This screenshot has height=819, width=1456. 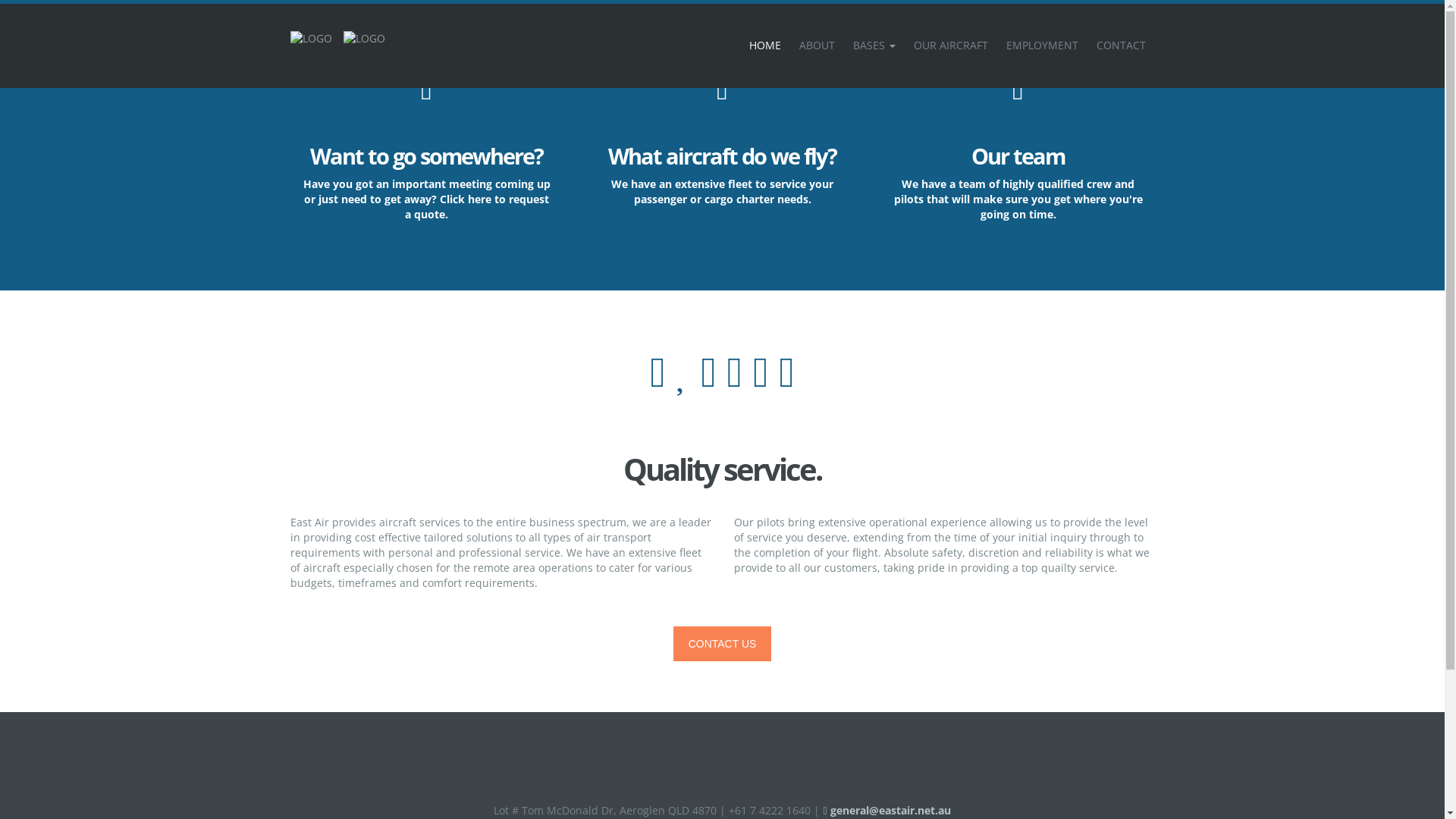 What do you see at coordinates (816, 45) in the screenshot?
I see `'ABOUT'` at bounding box center [816, 45].